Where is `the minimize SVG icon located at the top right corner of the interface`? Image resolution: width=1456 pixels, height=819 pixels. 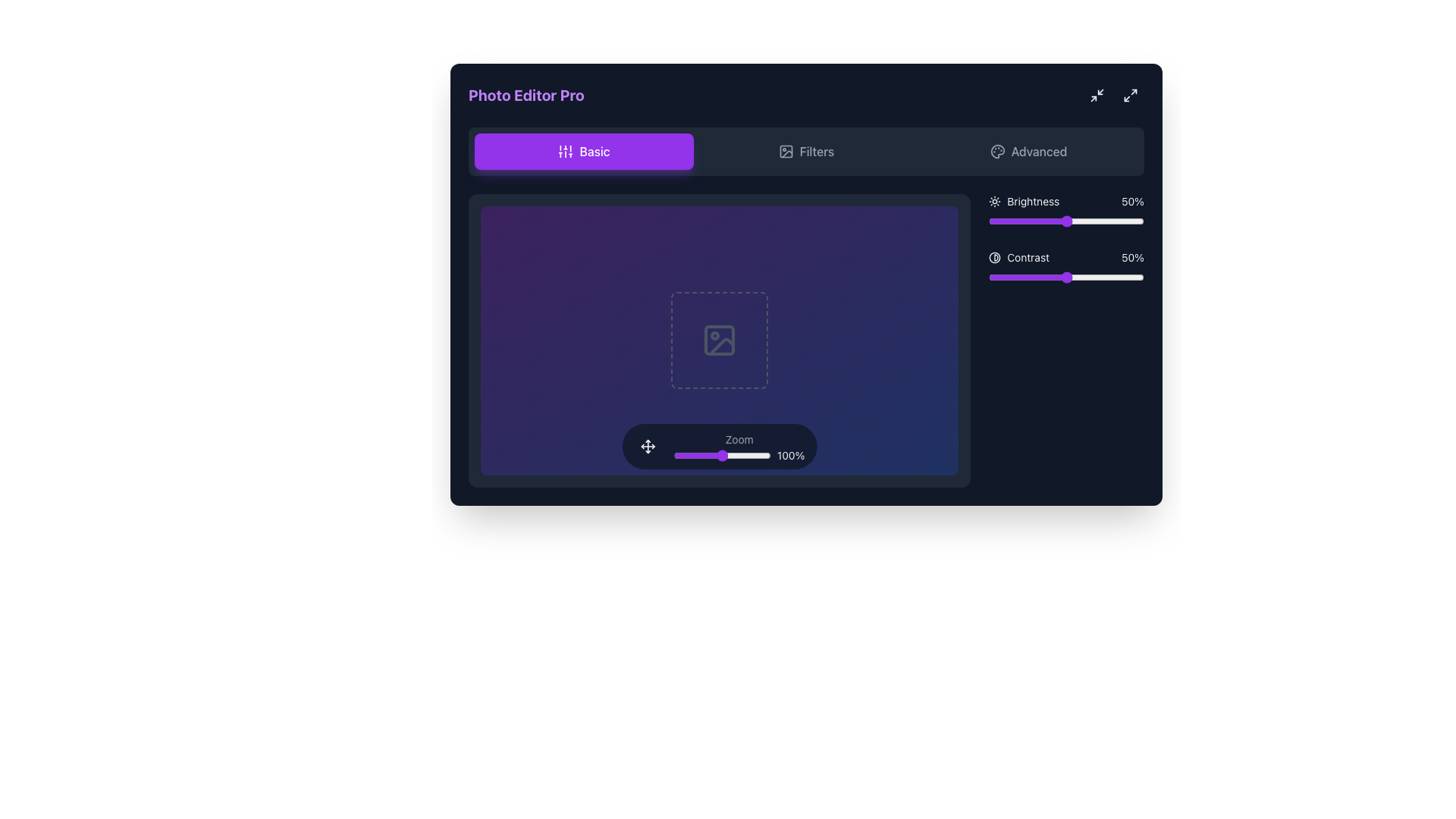 the minimize SVG icon located at the top right corner of the interface is located at coordinates (1097, 96).